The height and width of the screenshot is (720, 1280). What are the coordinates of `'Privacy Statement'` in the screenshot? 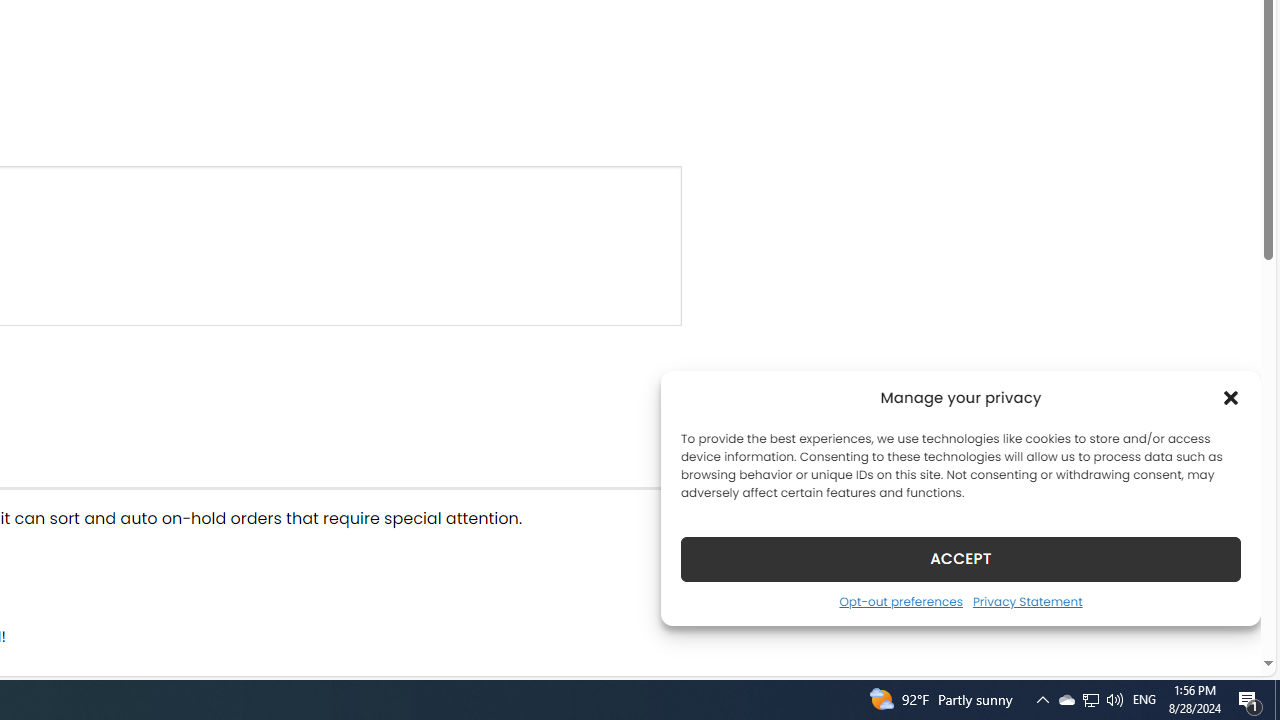 It's located at (1027, 600).